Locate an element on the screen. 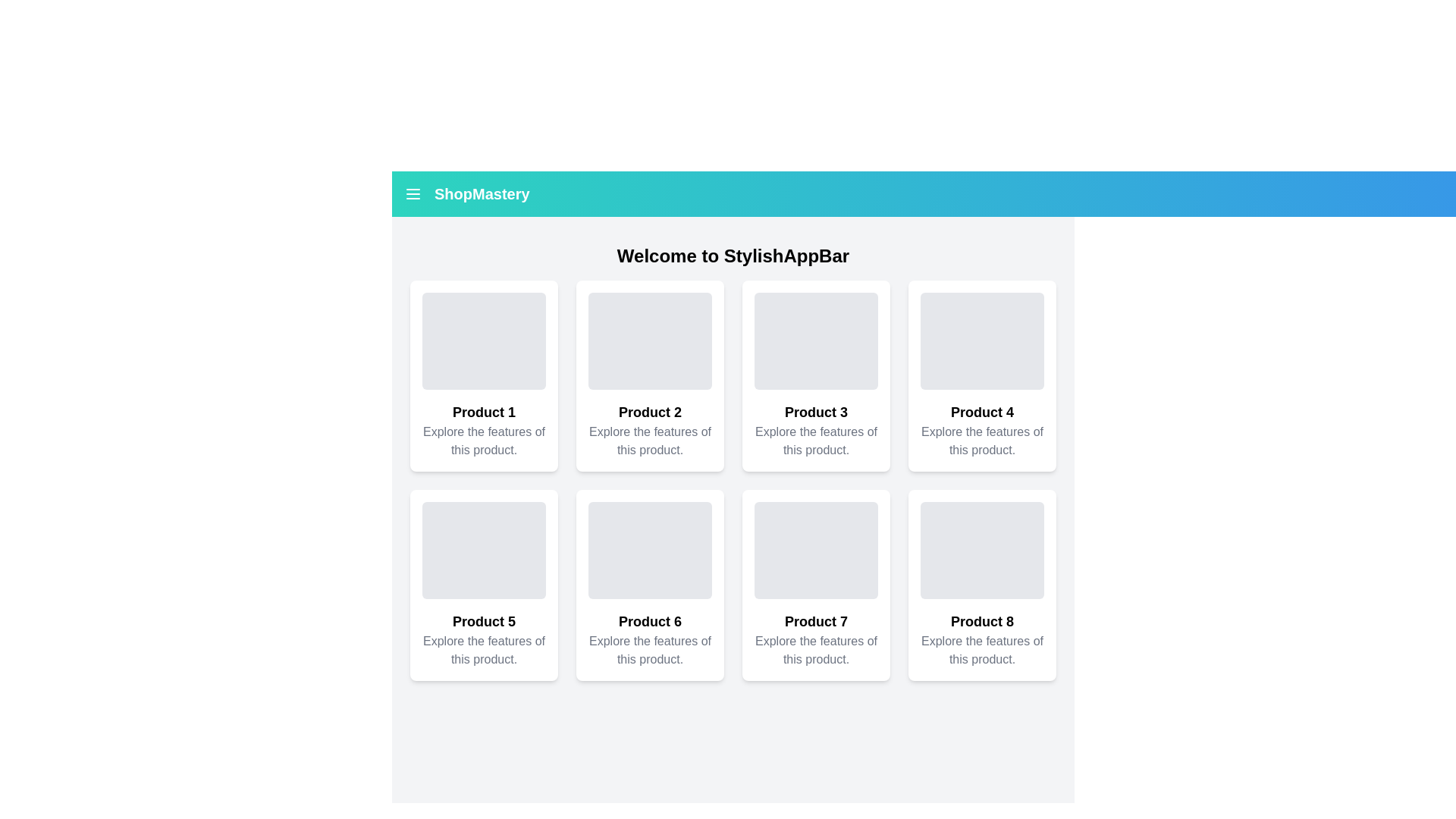 This screenshot has height=819, width=1456. the bold text label displaying 'Product 4', which is located in the fourth card of the top row in a grid layout is located at coordinates (982, 412).